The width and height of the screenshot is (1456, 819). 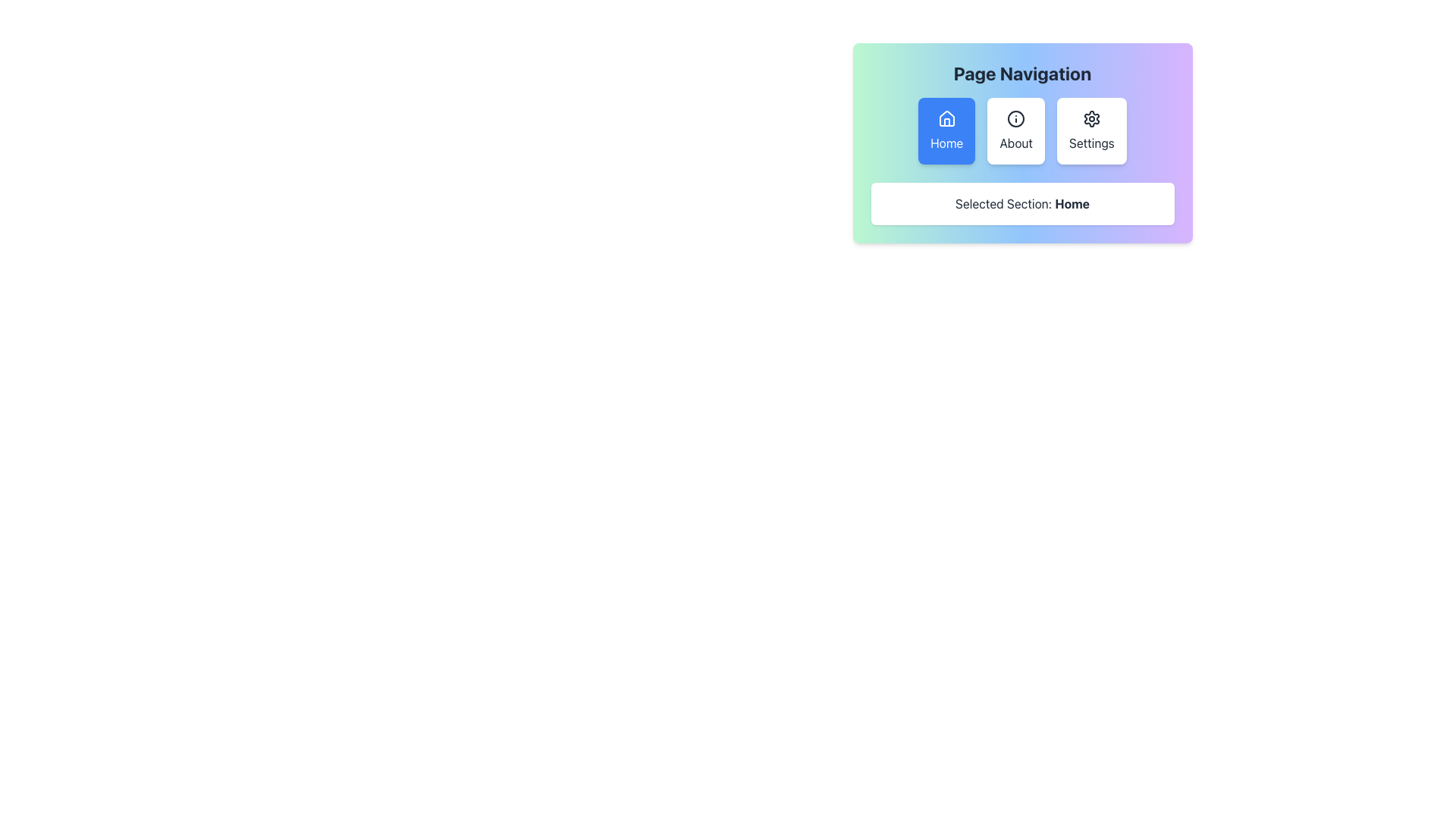 What do you see at coordinates (1022, 203) in the screenshot?
I see `the Text Display element that shows 'Selected Section: Home', which is a rectangular section with a white background and rounded corners located below the navigation panel` at bounding box center [1022, 203].